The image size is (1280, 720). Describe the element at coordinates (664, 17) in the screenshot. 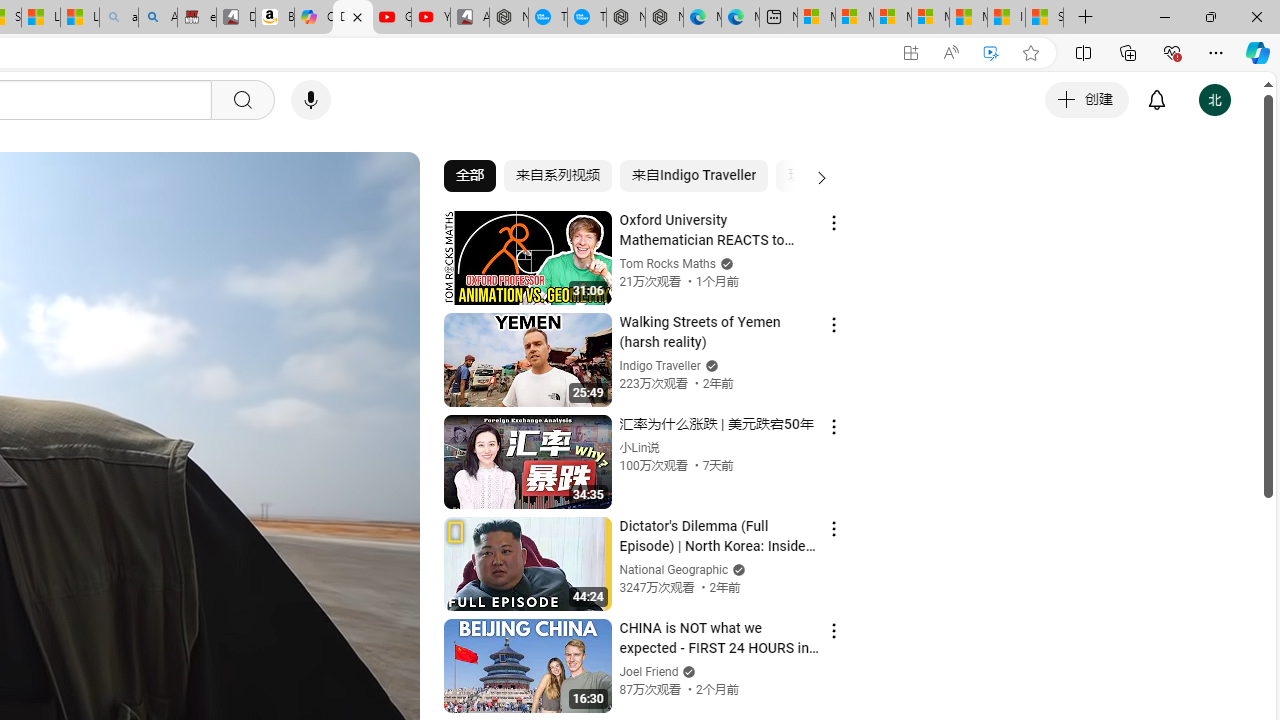

I see `'Nordace - Nordace has arrived Hong Kong'` at that location.